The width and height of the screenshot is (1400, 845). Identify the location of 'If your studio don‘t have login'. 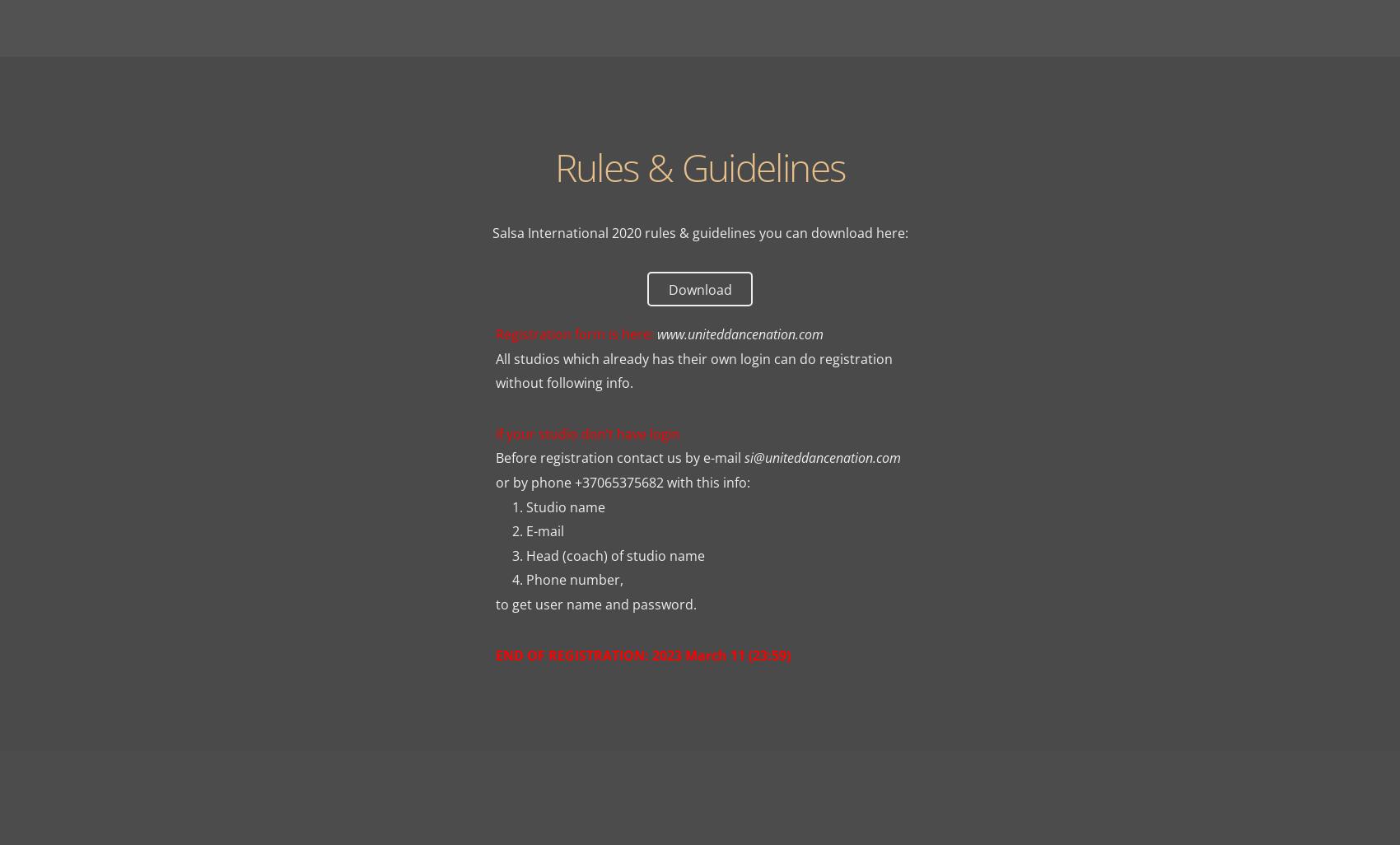
(586, 433).